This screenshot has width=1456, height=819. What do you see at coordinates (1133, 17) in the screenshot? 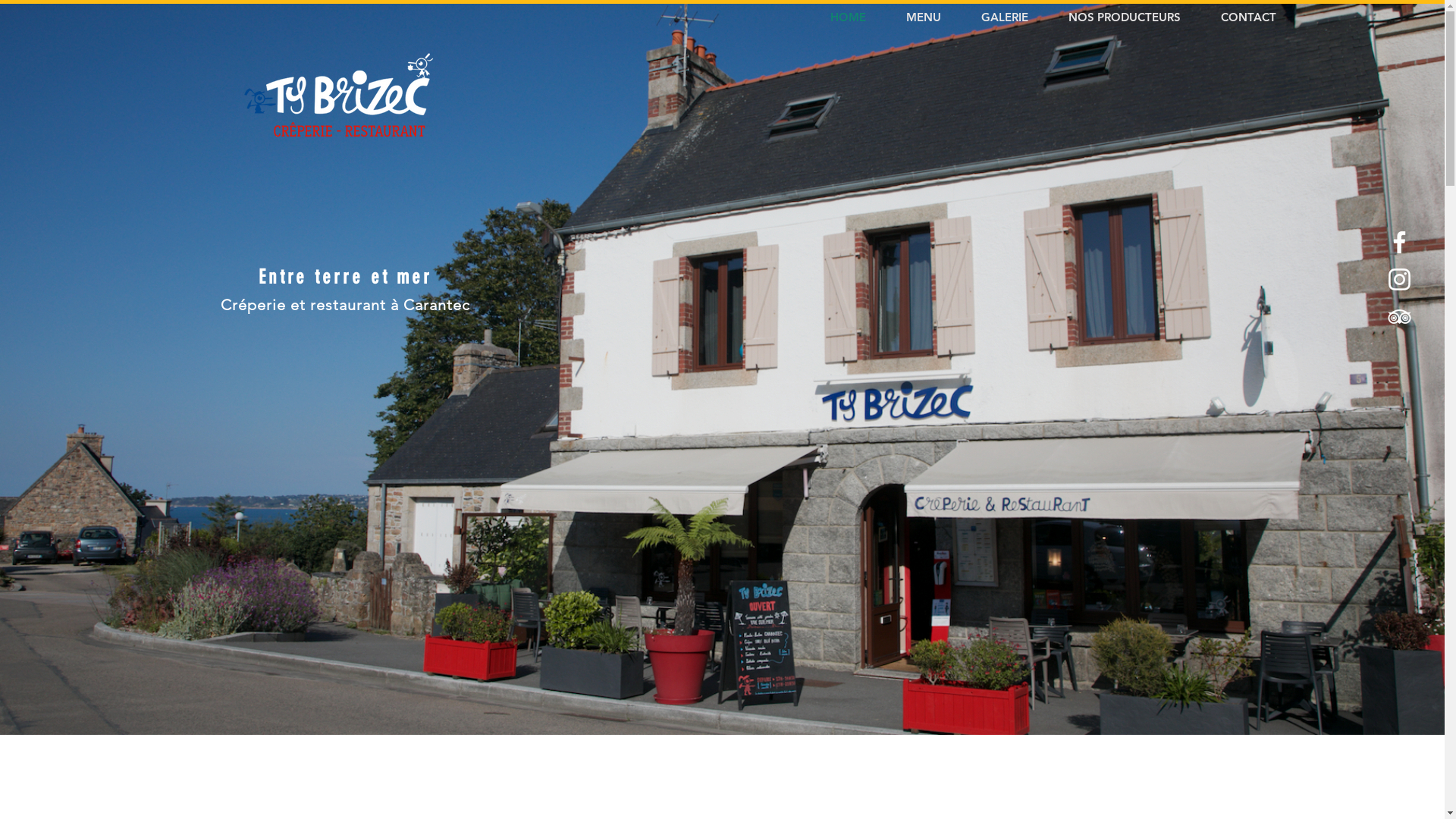
I see `'NOS PRODUCTEURS'` at bounding box center [1133, 17].